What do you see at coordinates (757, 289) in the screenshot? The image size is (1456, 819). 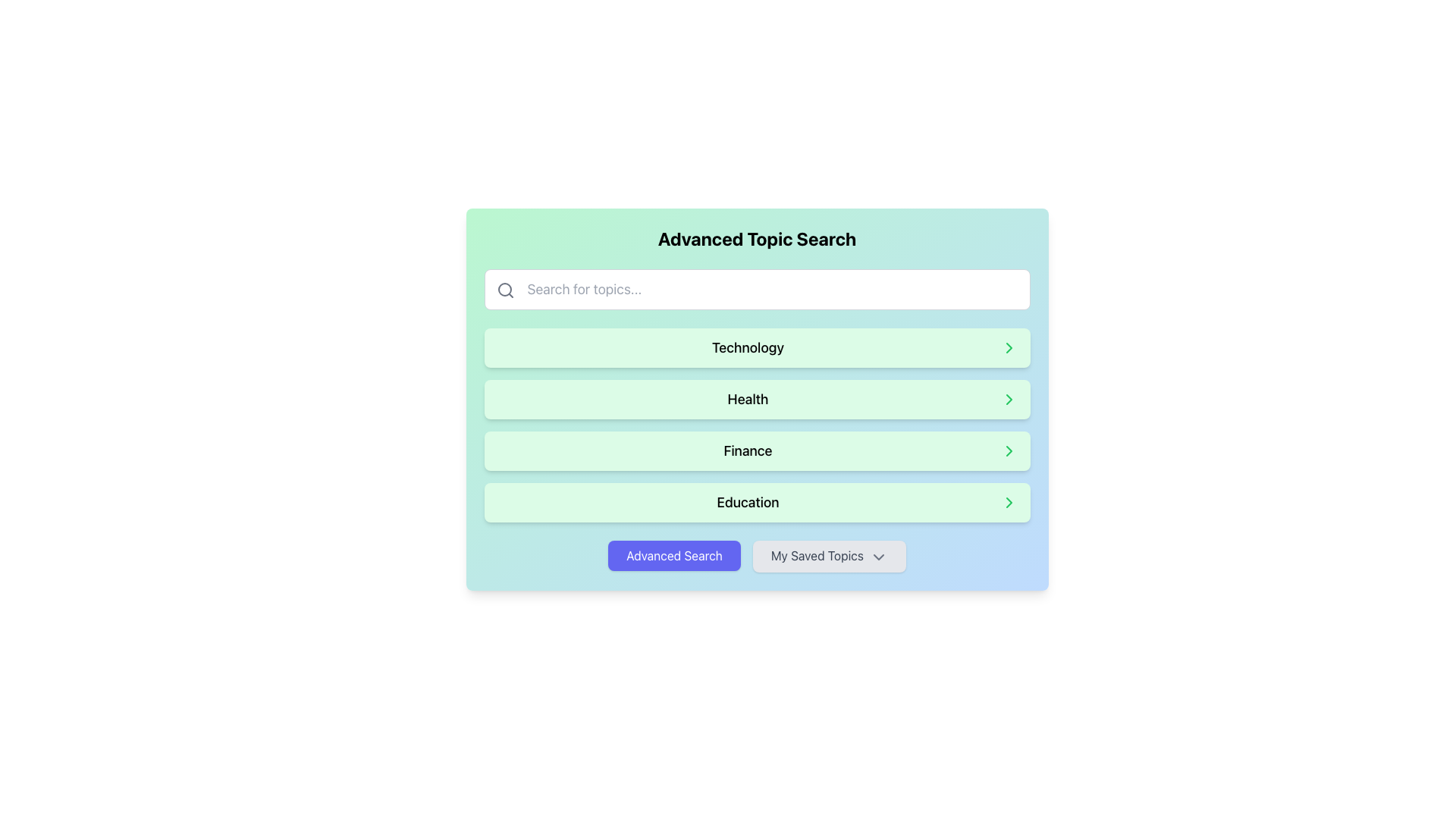 I see `the search input field located below the 'Advanced Topic Search' title, using keyboard navigation to type a query` at bounding box center [757, 289].